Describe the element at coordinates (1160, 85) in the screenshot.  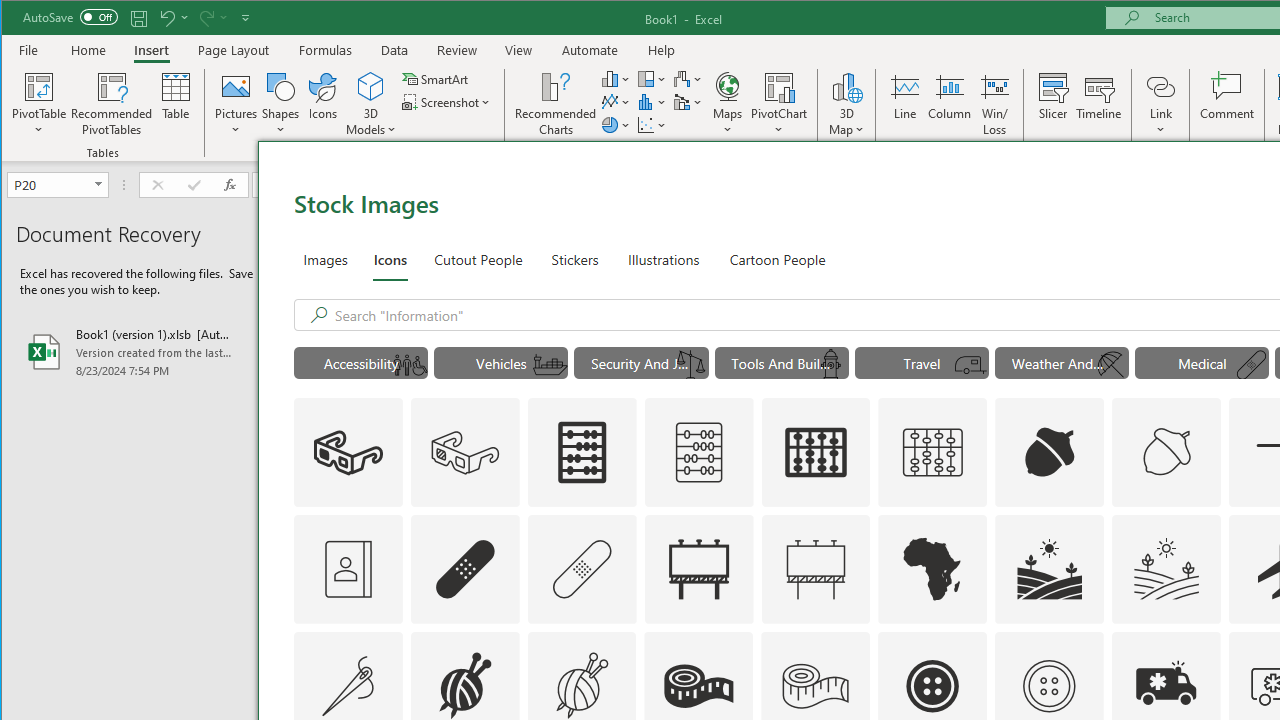
I see `'Link'` at that location.